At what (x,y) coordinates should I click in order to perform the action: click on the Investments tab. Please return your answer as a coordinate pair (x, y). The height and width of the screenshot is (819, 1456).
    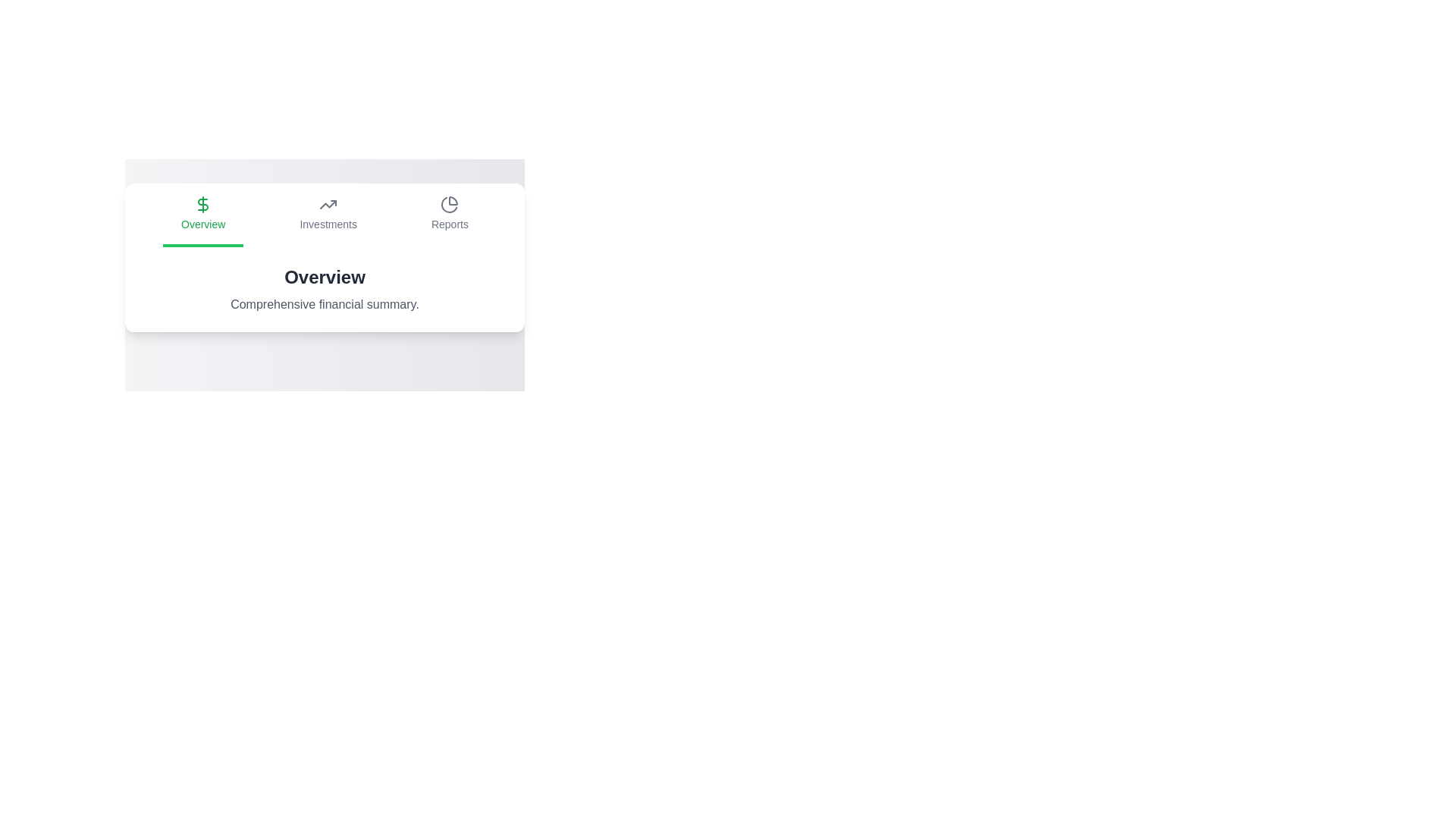
    Looking at the image, I should click on (327, 215).